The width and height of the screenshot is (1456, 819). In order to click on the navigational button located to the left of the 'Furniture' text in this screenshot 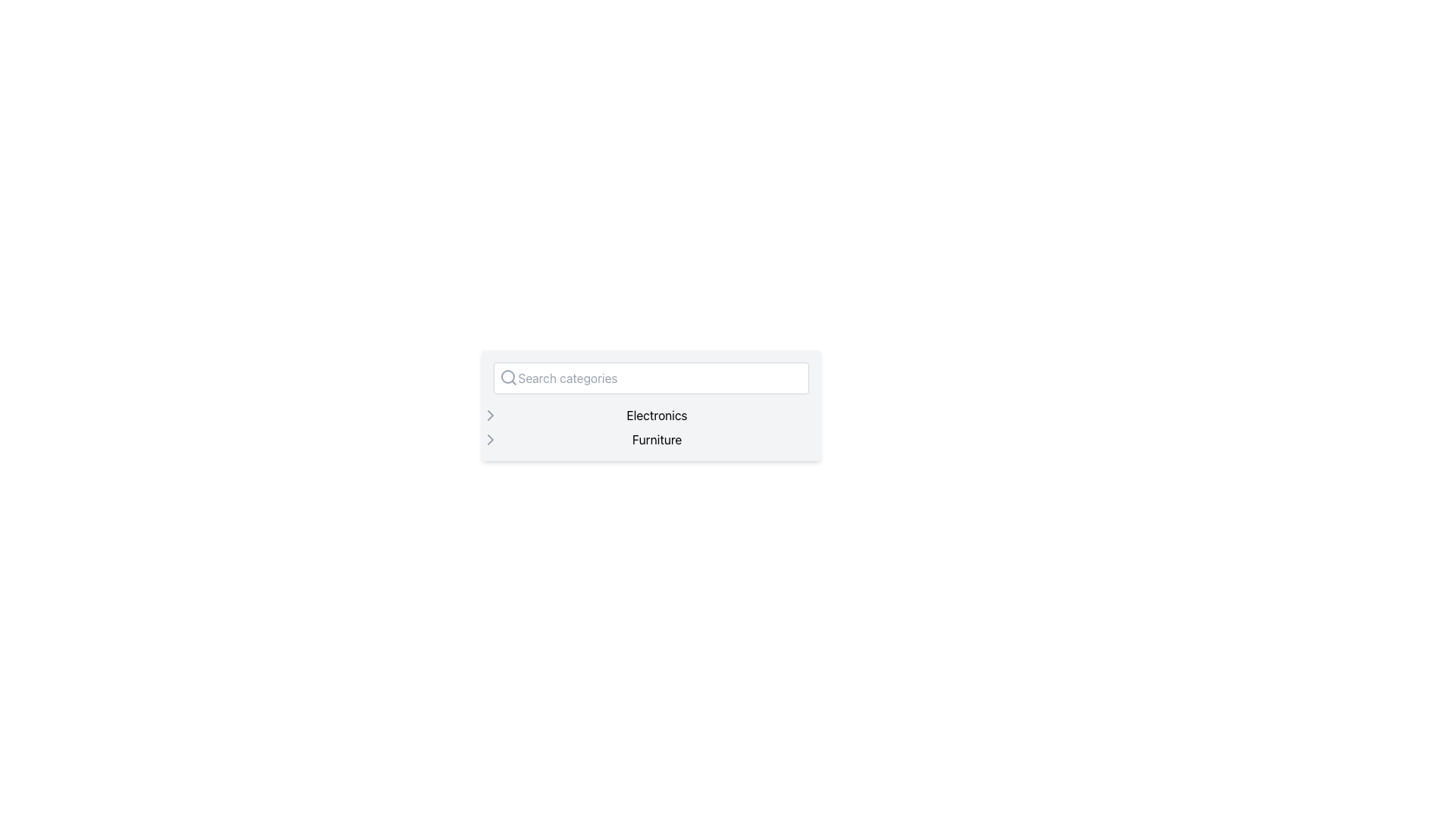, I will do `click(490, 439)`.